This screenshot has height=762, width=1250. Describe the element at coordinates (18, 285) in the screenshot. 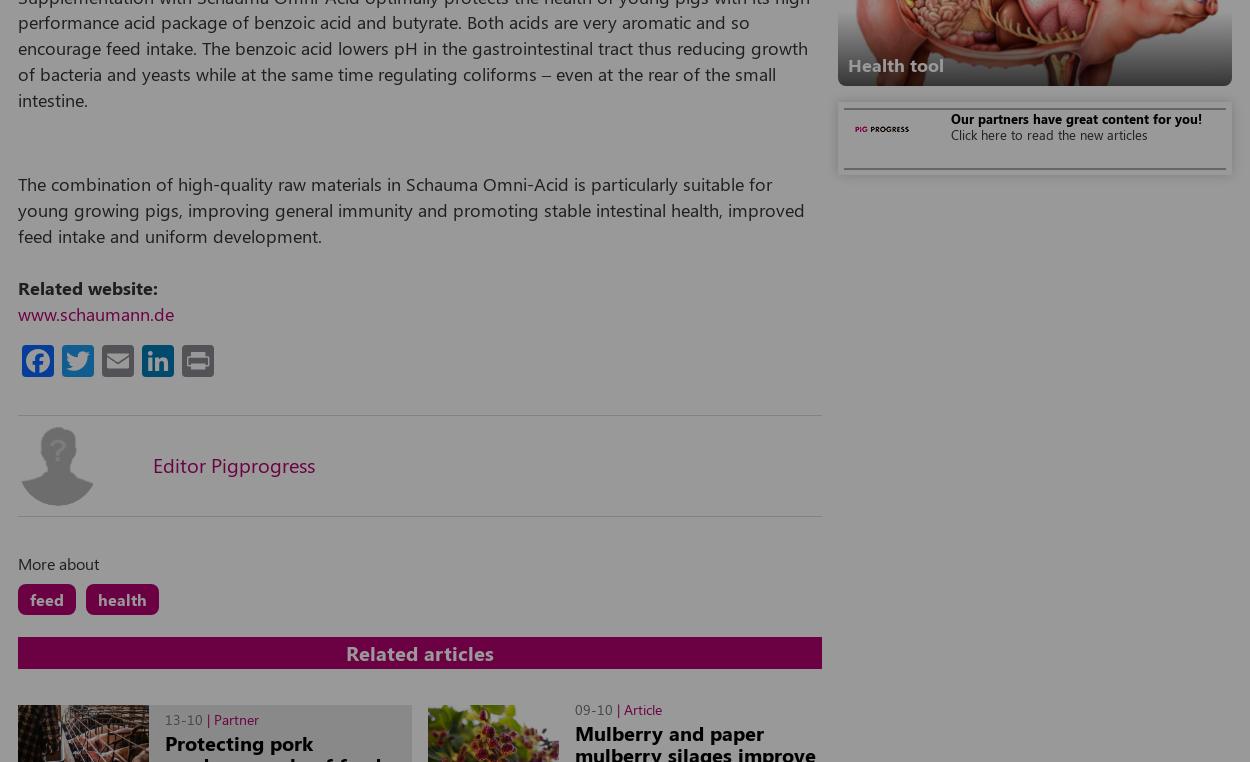

I see `'Related website:'` at that location.